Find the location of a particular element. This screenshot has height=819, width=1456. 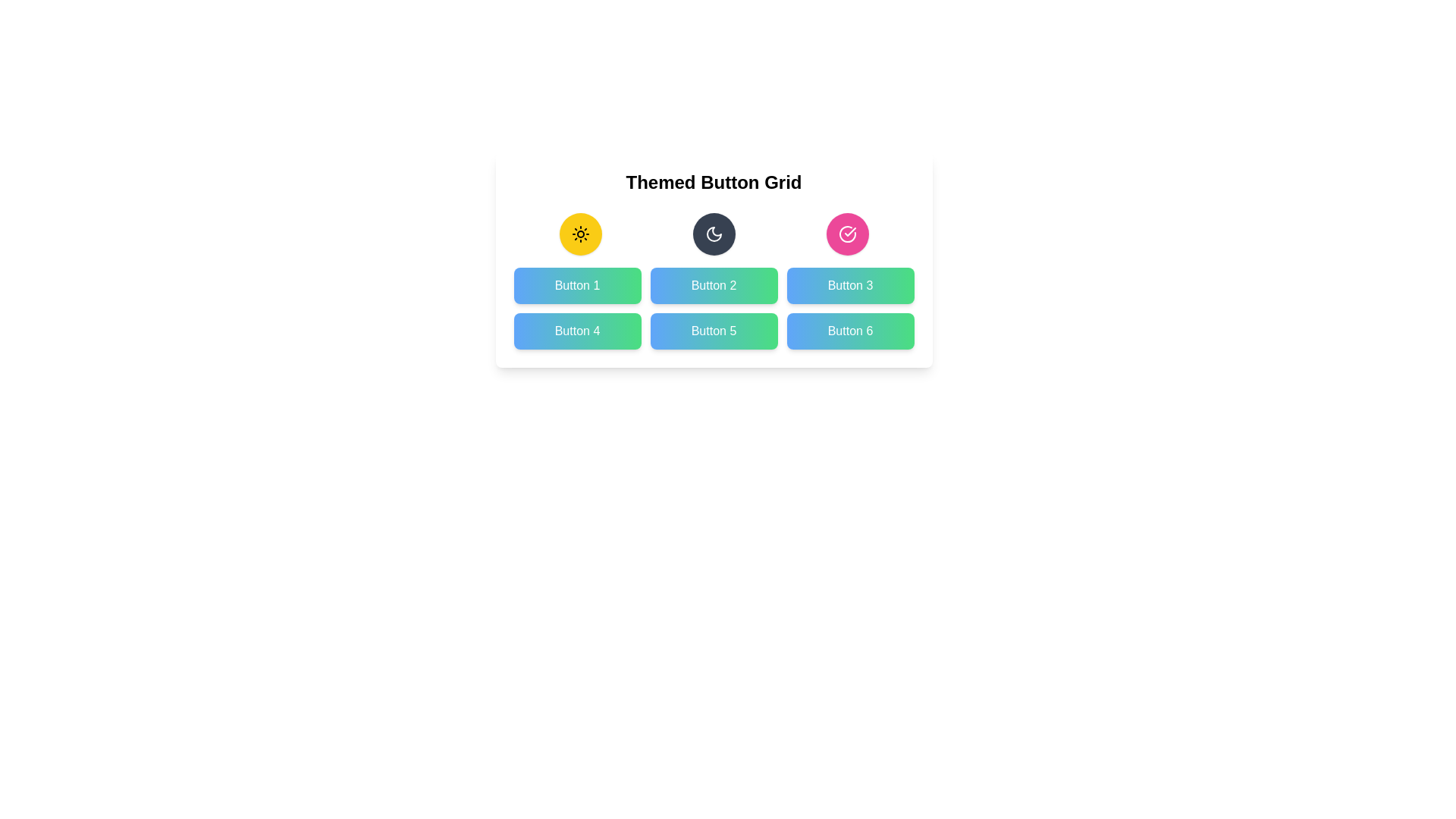

the rectangular button labeled 'Button 6' with a gradient background transitioning from blue to green, located in the bottom-right position of a 2x3 grid within the 'Themed Button Grid' is located at coordinates (850, 330).